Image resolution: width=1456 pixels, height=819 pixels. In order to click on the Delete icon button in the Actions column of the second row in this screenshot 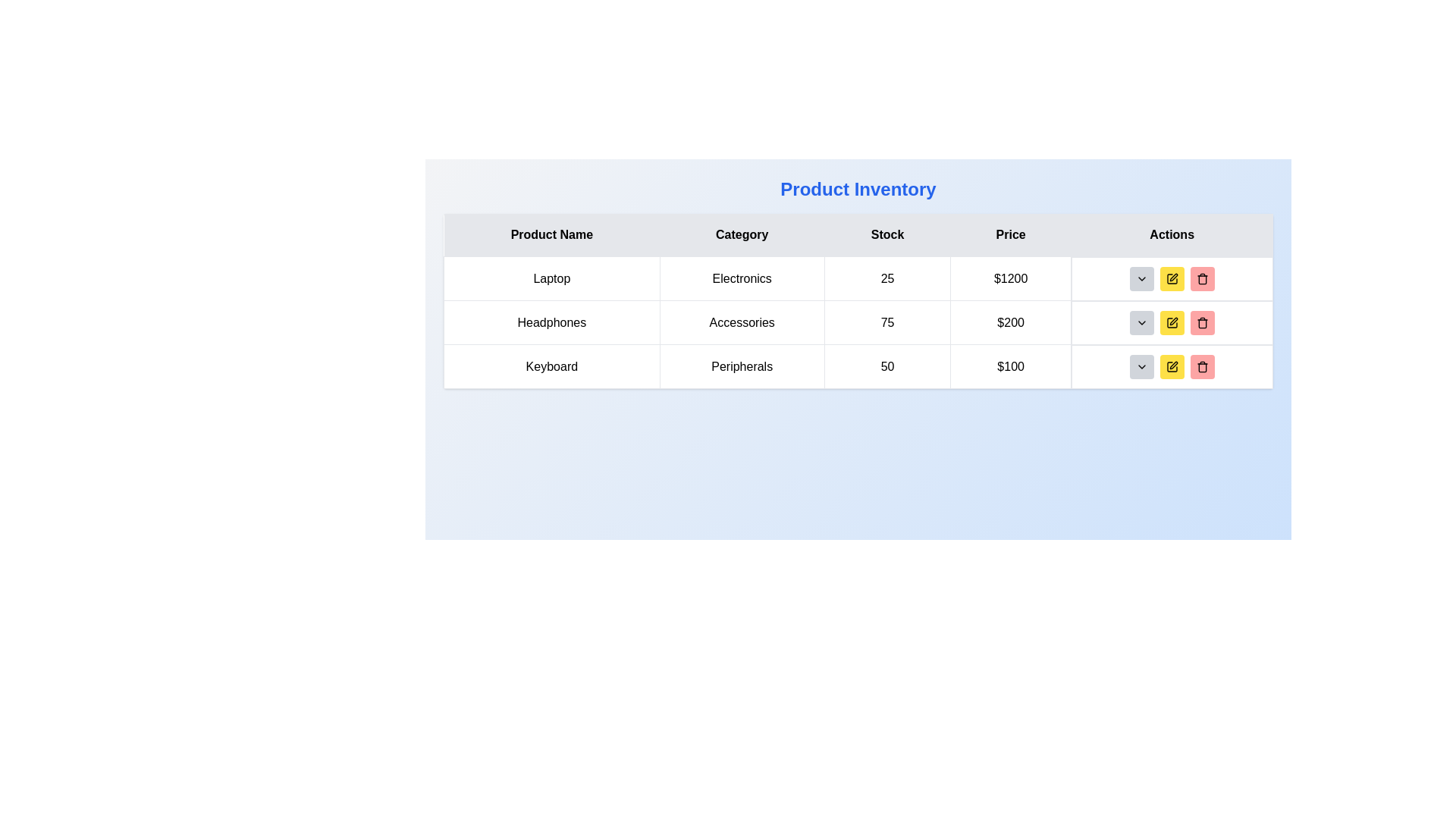, I will do `click(1201, 322)`.